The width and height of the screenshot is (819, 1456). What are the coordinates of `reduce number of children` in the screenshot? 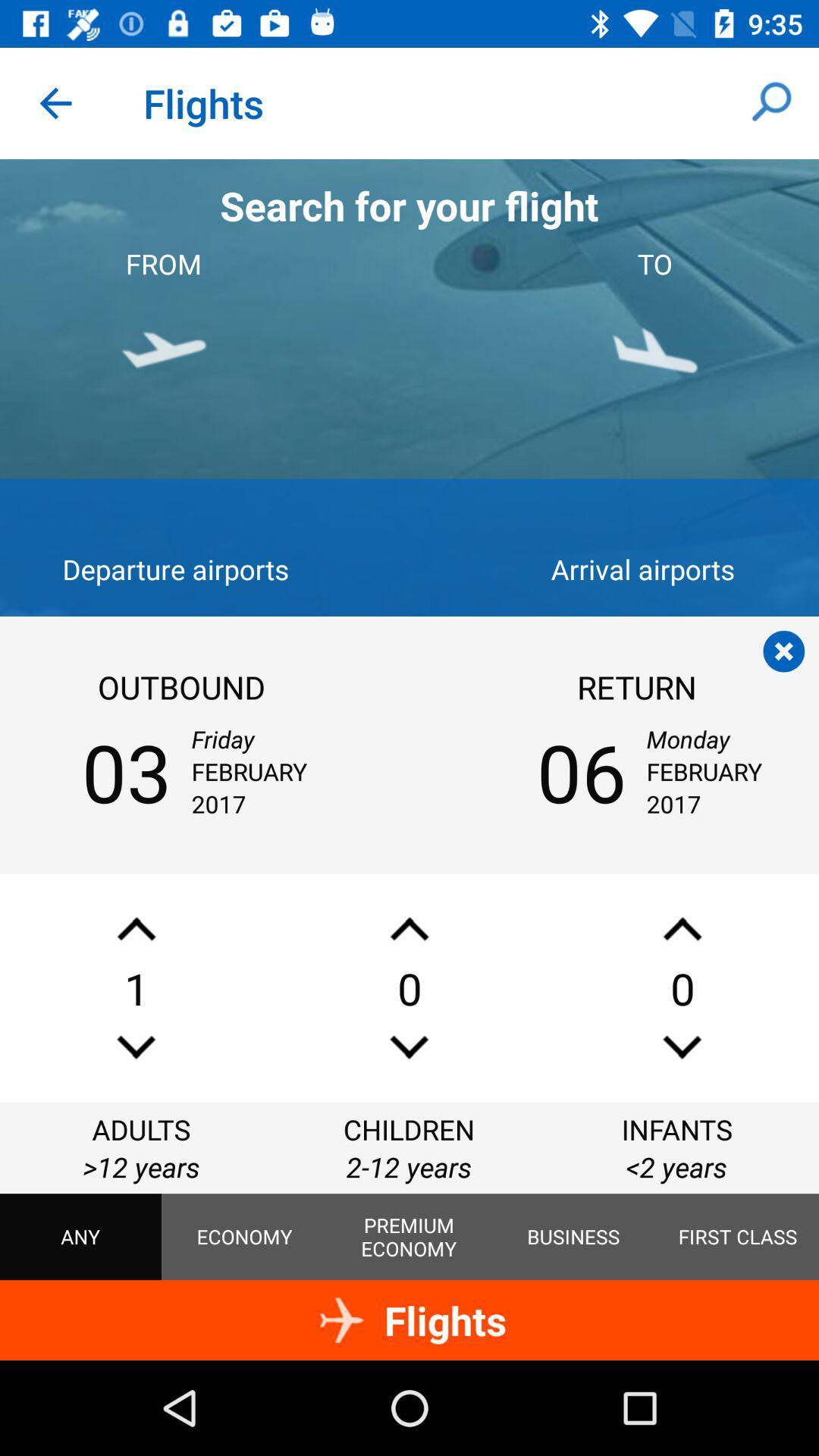 It's located at (409, 1046).